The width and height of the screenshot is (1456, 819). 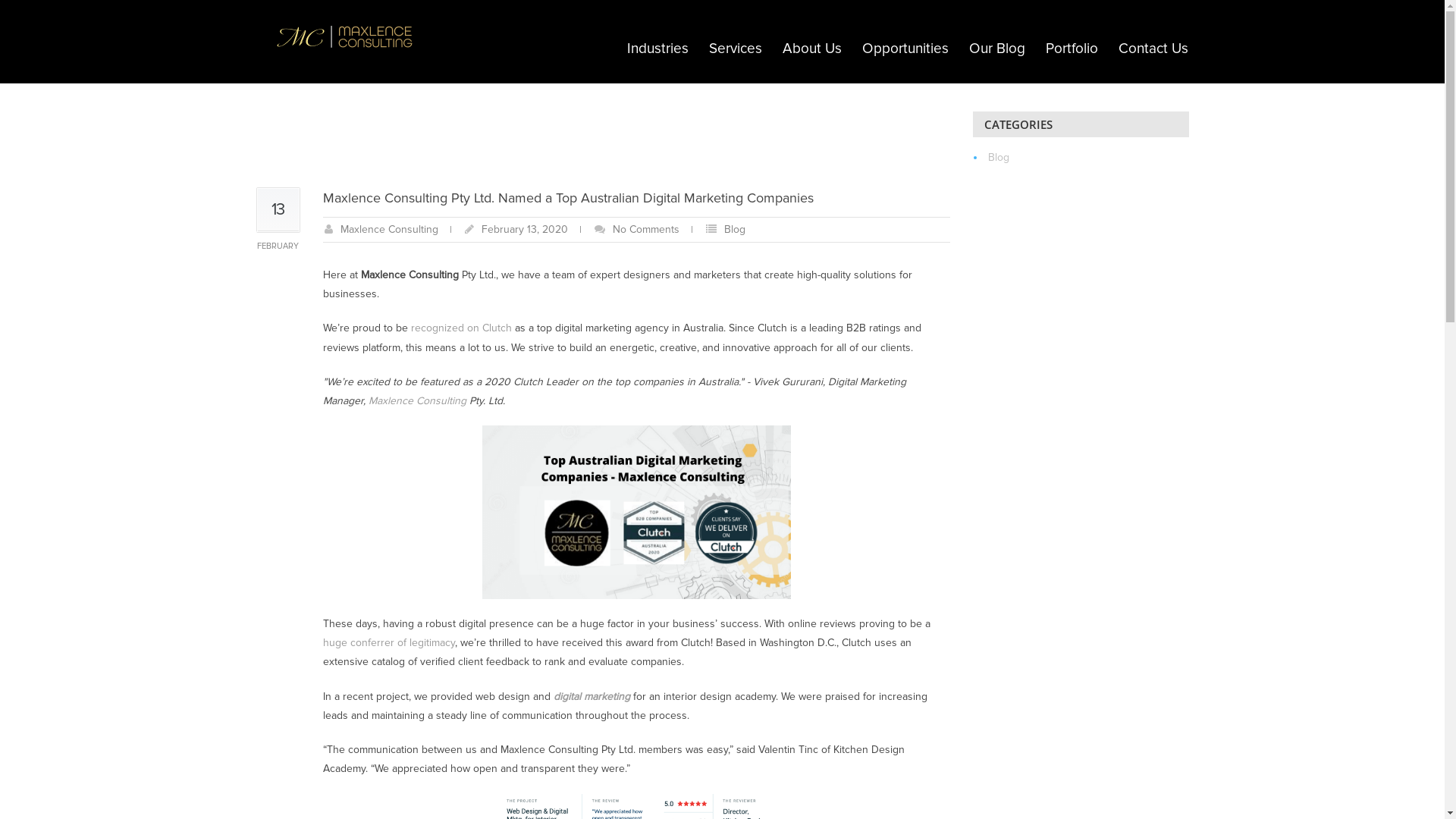 What do you see at coordinates (417, 400) in the screenshot?
I see `'Maxlence Consulting'` at bounding box center [417, 400].